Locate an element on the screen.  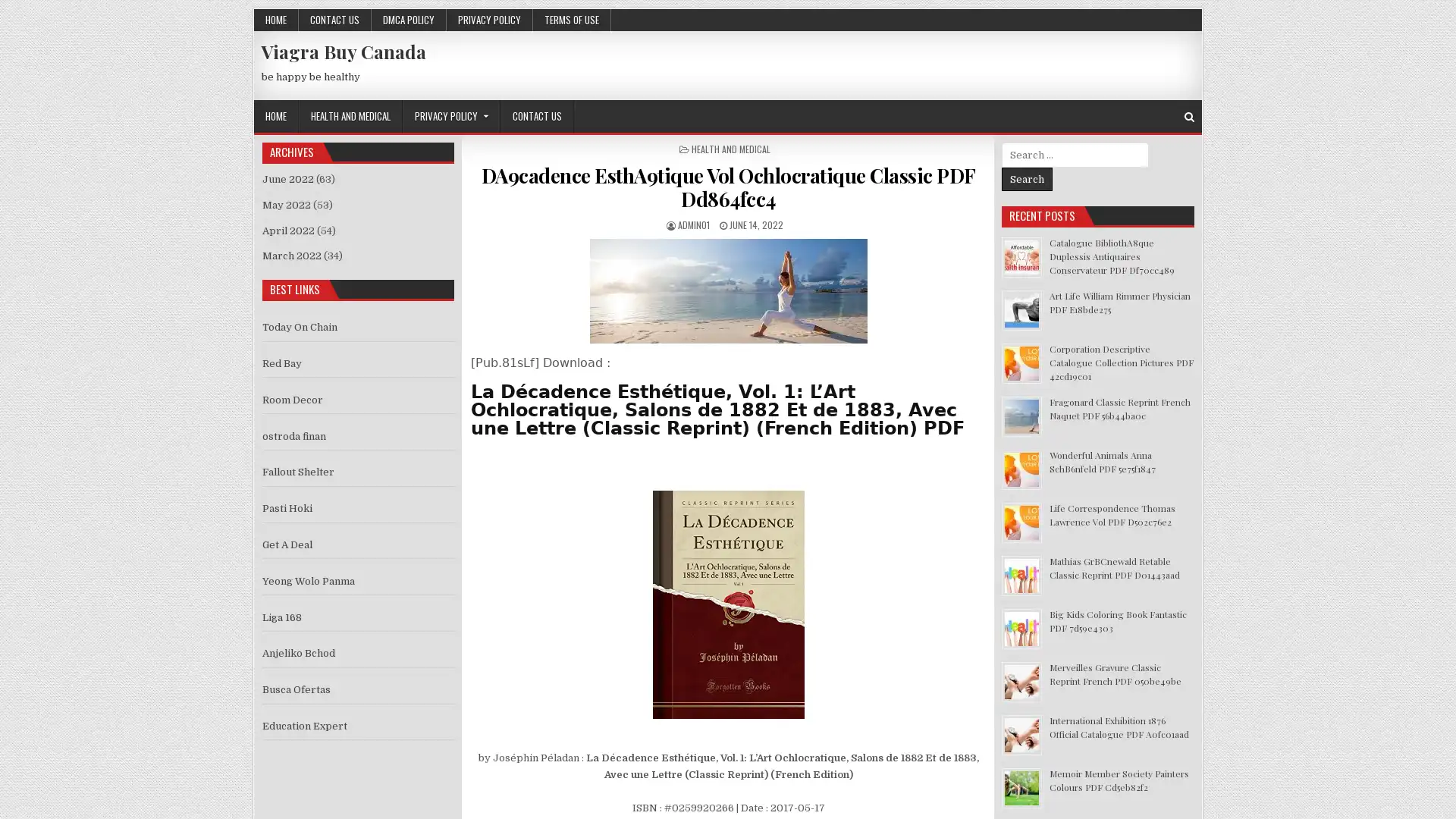
Search is located at coordinates (1027, 178).